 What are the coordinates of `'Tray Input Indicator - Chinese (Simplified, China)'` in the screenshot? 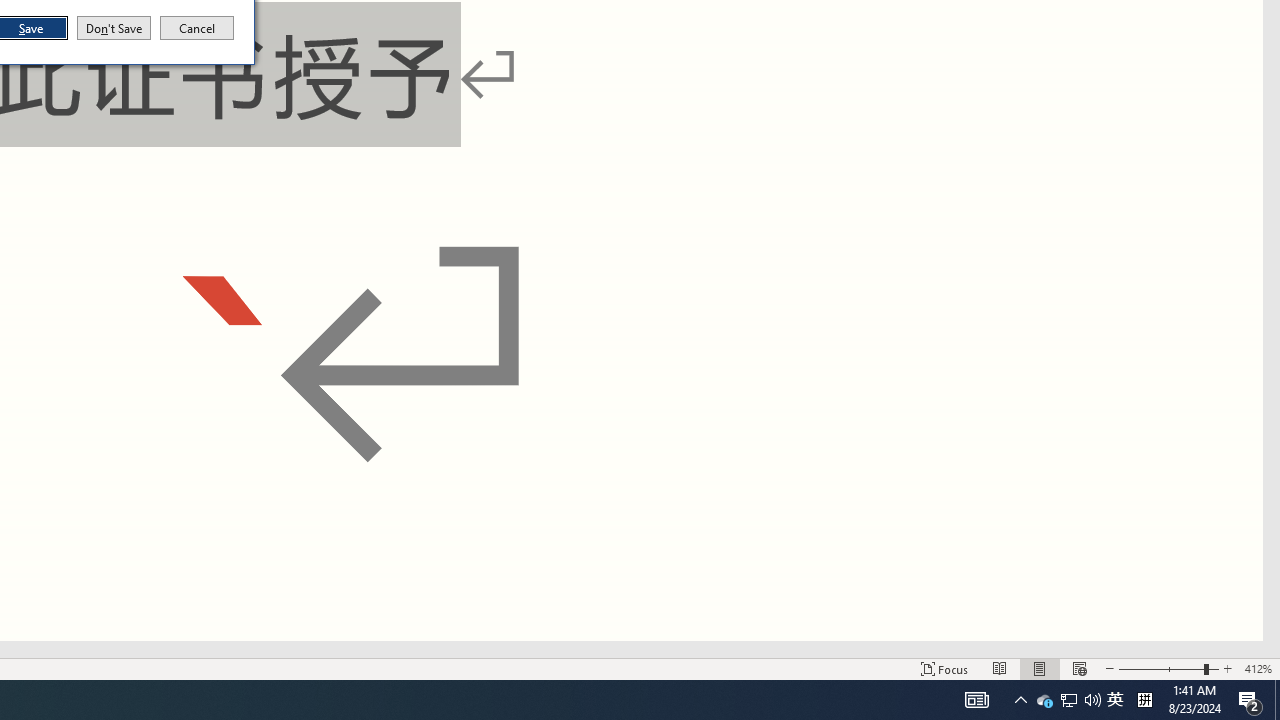 It's located at (1144, 698).